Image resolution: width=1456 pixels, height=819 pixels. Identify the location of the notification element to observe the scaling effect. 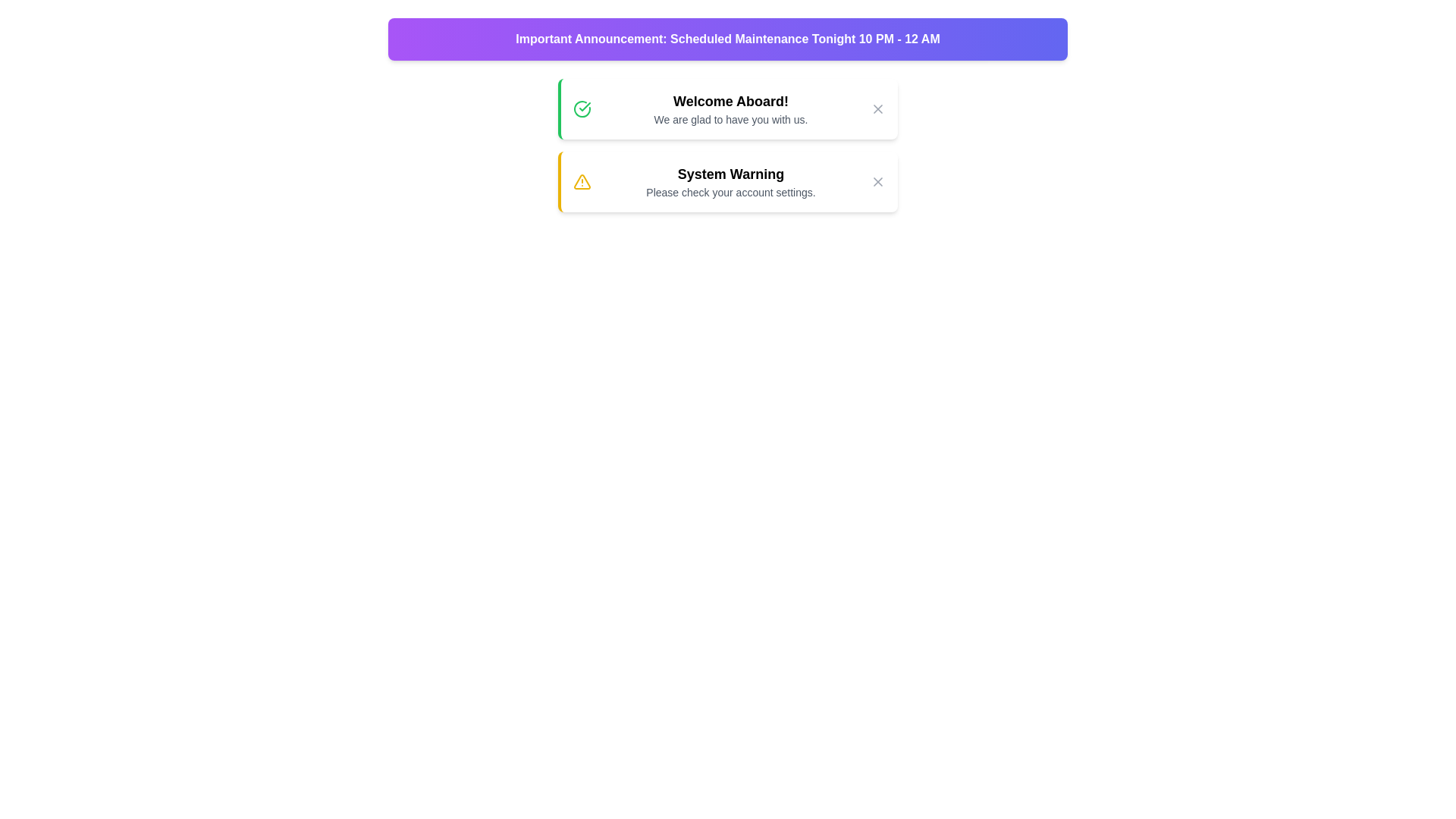
(728, 108).